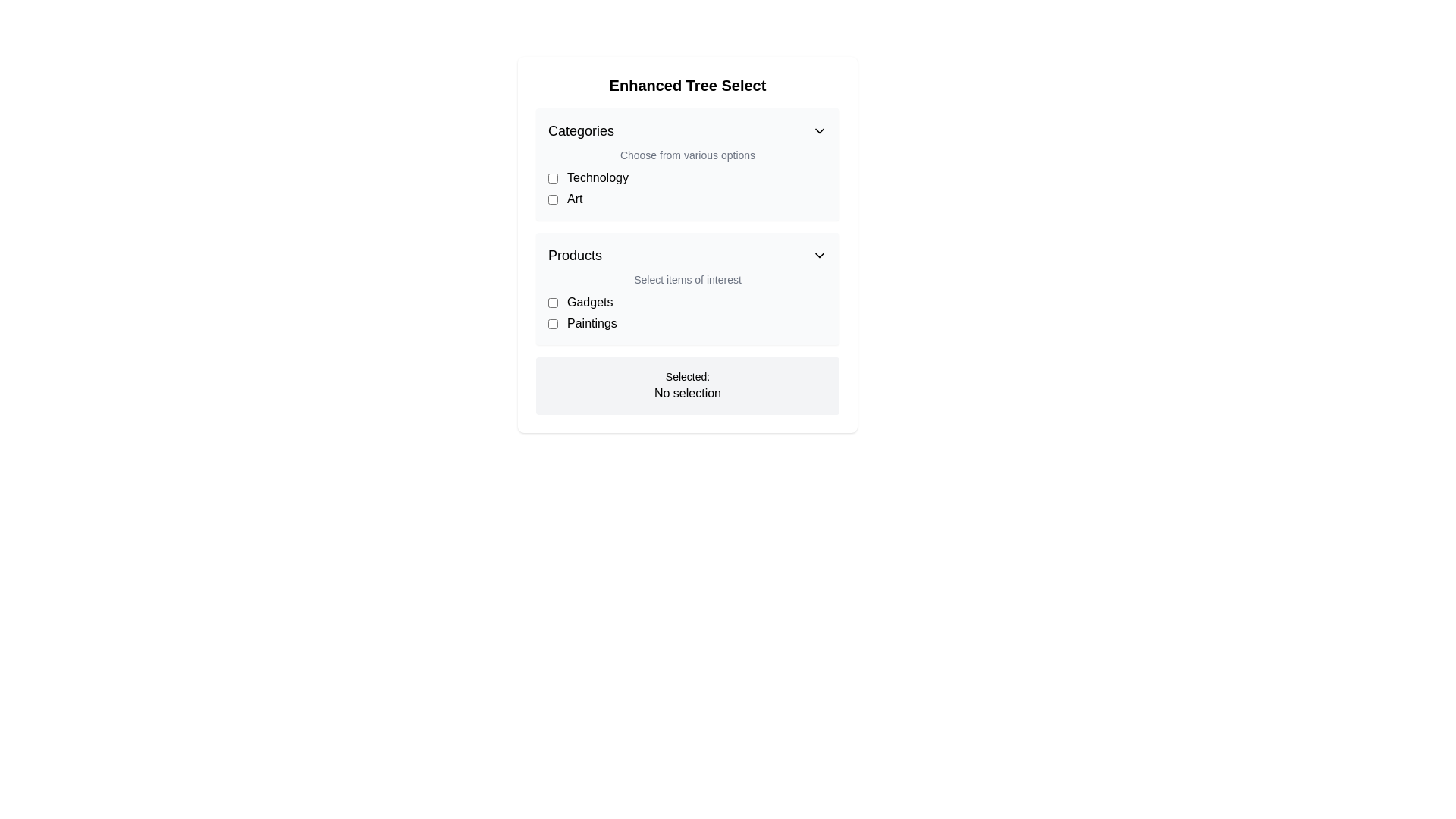 This screenshot has height=819, width=1456. I want to click on the checkbox for the 'Art' category located below the 'Technology' option, so click(552, 198).